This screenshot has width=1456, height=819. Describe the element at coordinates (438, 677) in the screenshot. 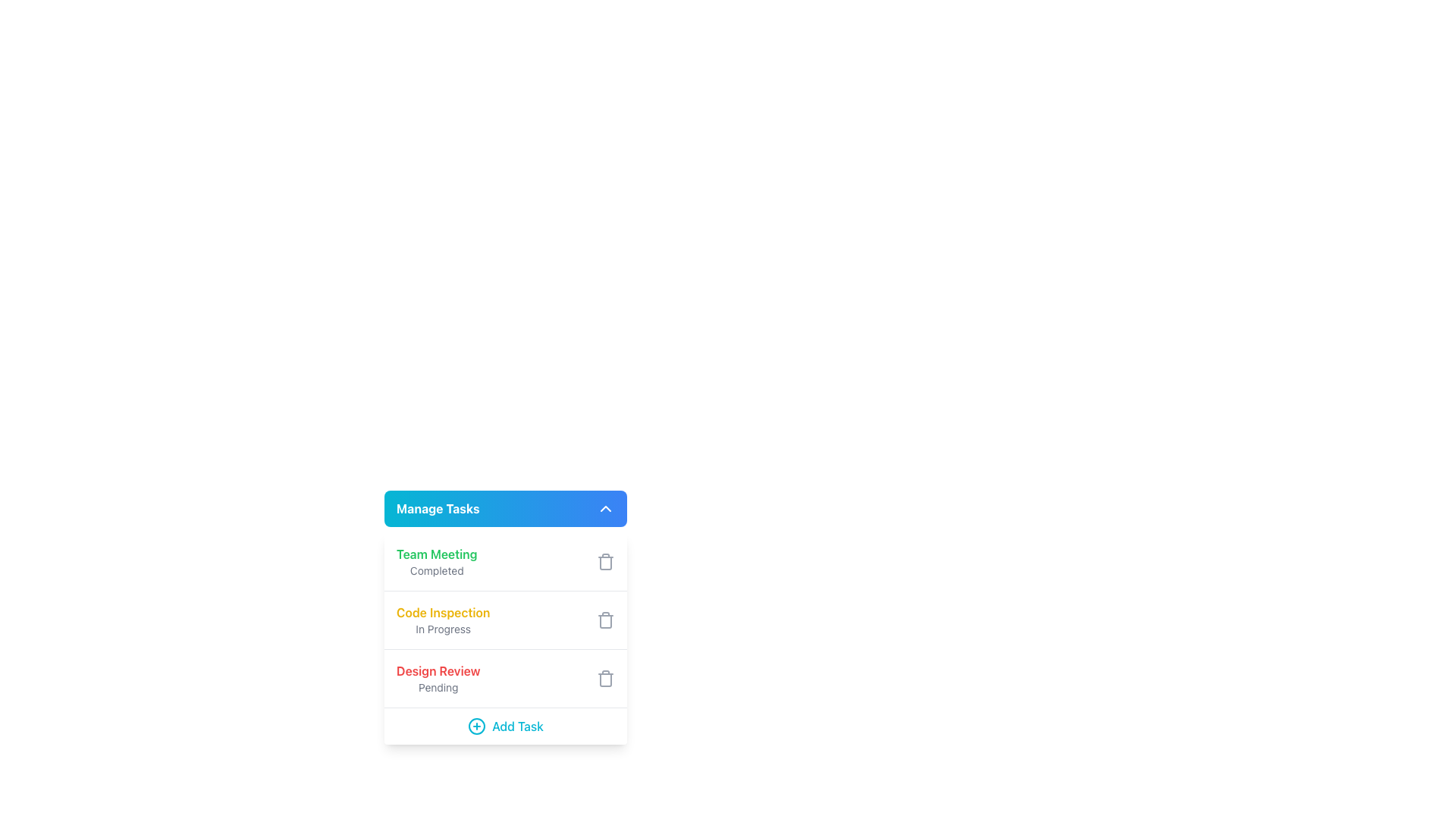

I see `the 'Design Review' task text display, which is currently marked as 'Pending' in the task list under the 'Manage Tasks' header` at that location.